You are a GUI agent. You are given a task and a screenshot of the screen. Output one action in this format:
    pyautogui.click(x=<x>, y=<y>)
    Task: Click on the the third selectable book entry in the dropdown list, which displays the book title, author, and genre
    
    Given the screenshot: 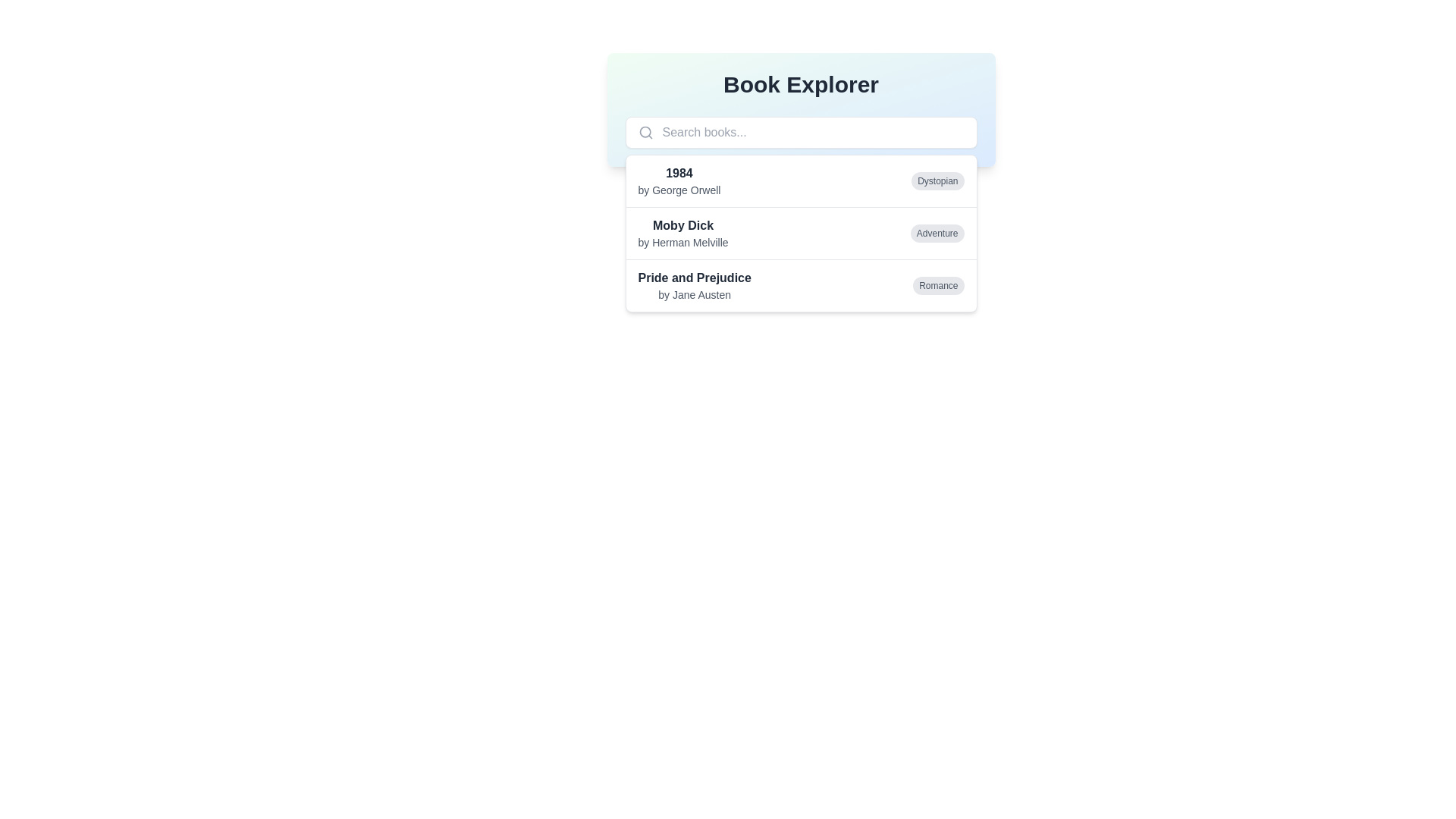 What is the action you would take?
    pyautogui.click(x=800, y=286)
    